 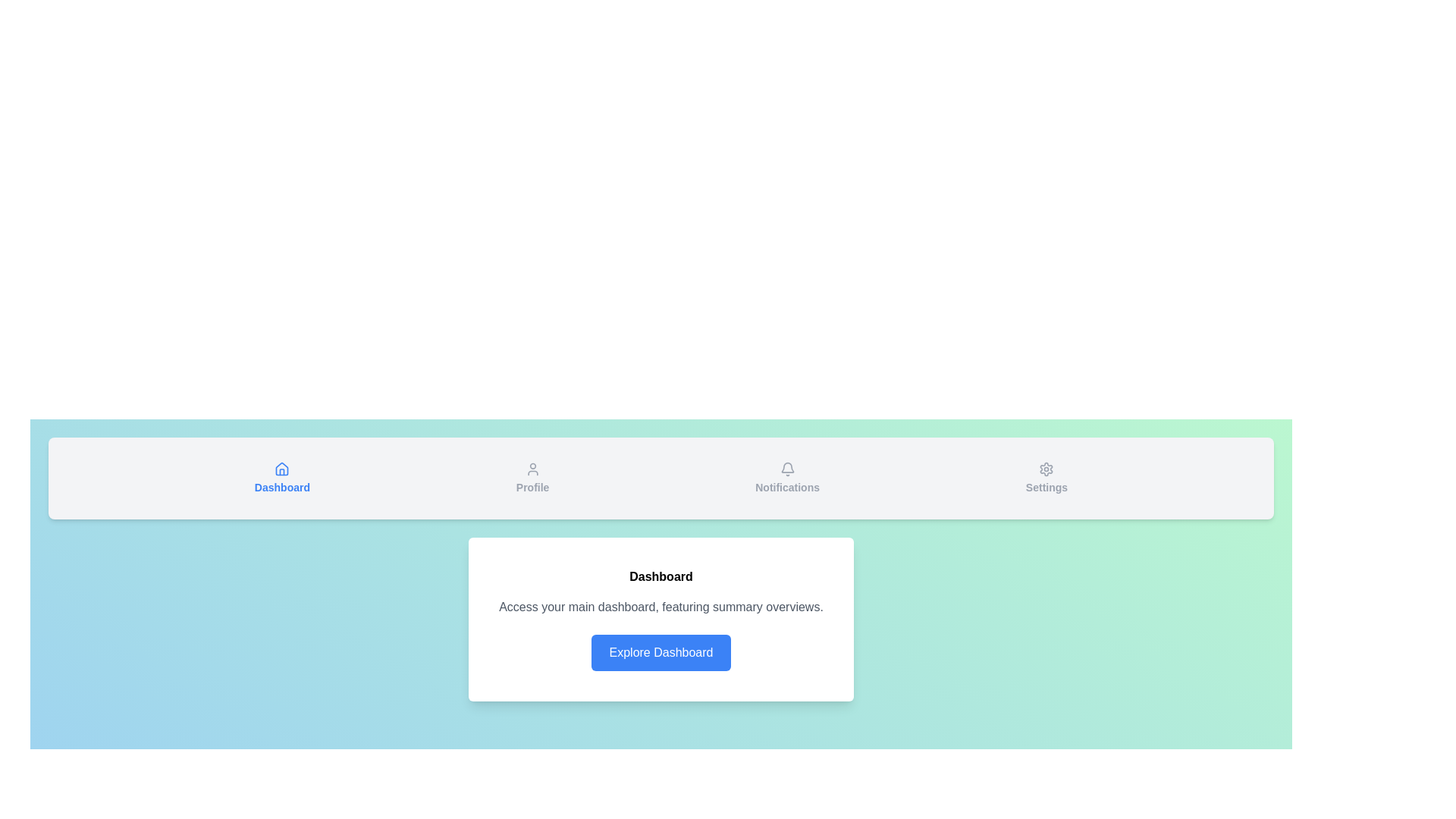 What do you see at coordinates (282, 479) in the screenshot?
I see `the tab labeled Dashboard to see its hover effects` at bounding box center [282, 479].